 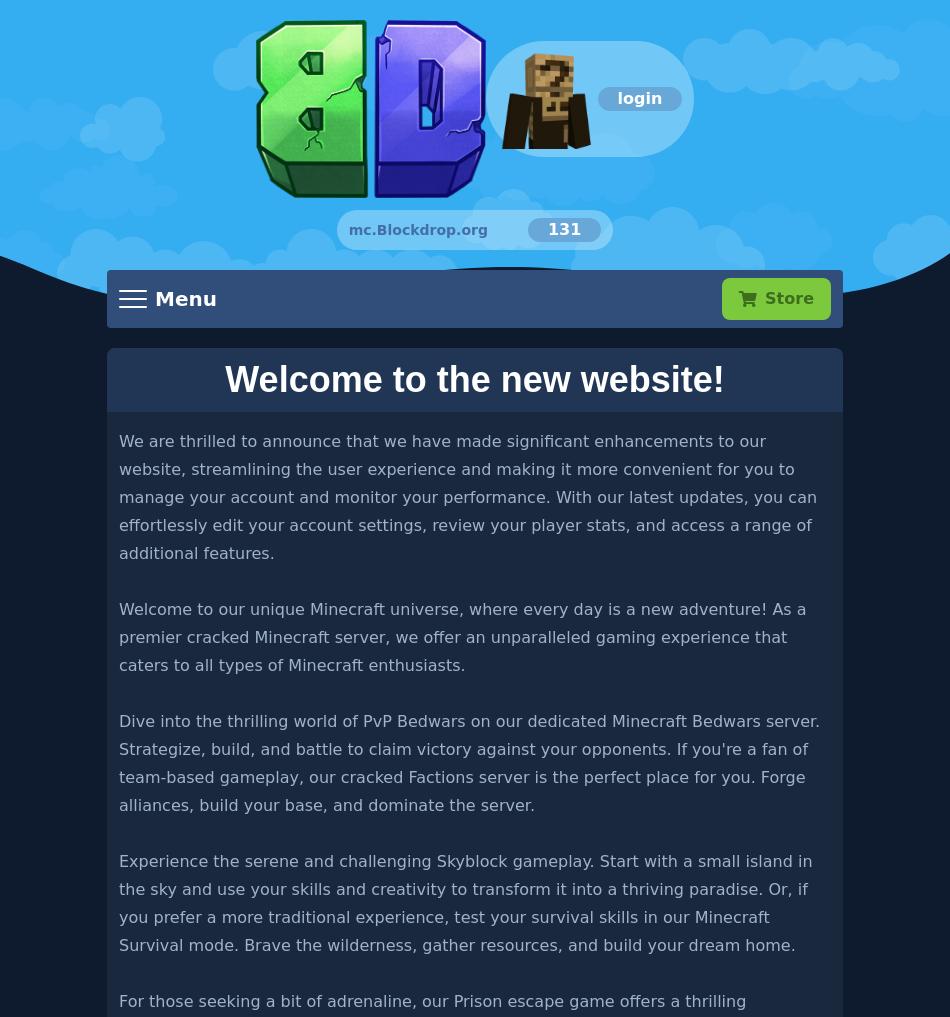 What do you see at coordinates (464, 902) in the screenshot?
I see `'Experience the serene and challenging Skyblock gameplay. Start with a small island in the sky and use your skills and creativity to transform it into a thriving paradise. Or, if you prefer a more traditional experience, test your survival skills in our Minecraft Survival mode. Brave the wilderness, gather resources, and build your dream home.'` at bounding box center [464, 902].